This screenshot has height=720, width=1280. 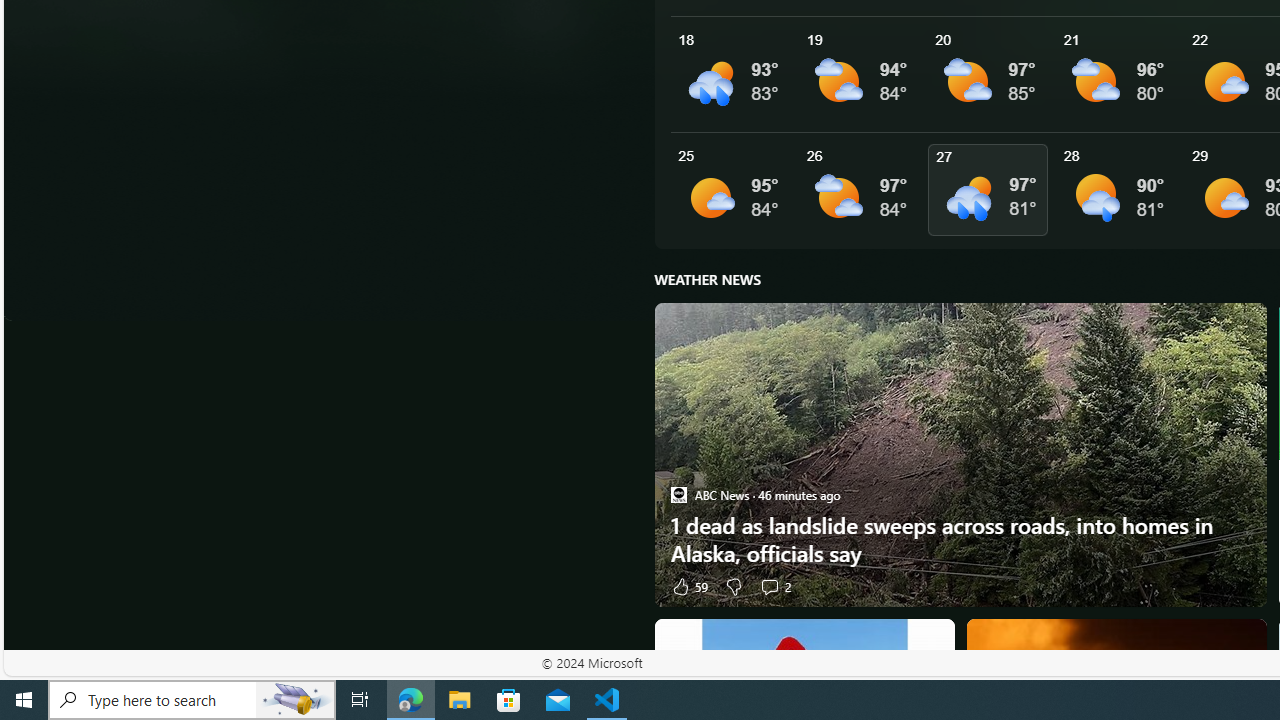 What do you see at coordinates (768, 585) in the screenshot?
I see `'View comments 2 Comment'` at bounding box center [768, 585].